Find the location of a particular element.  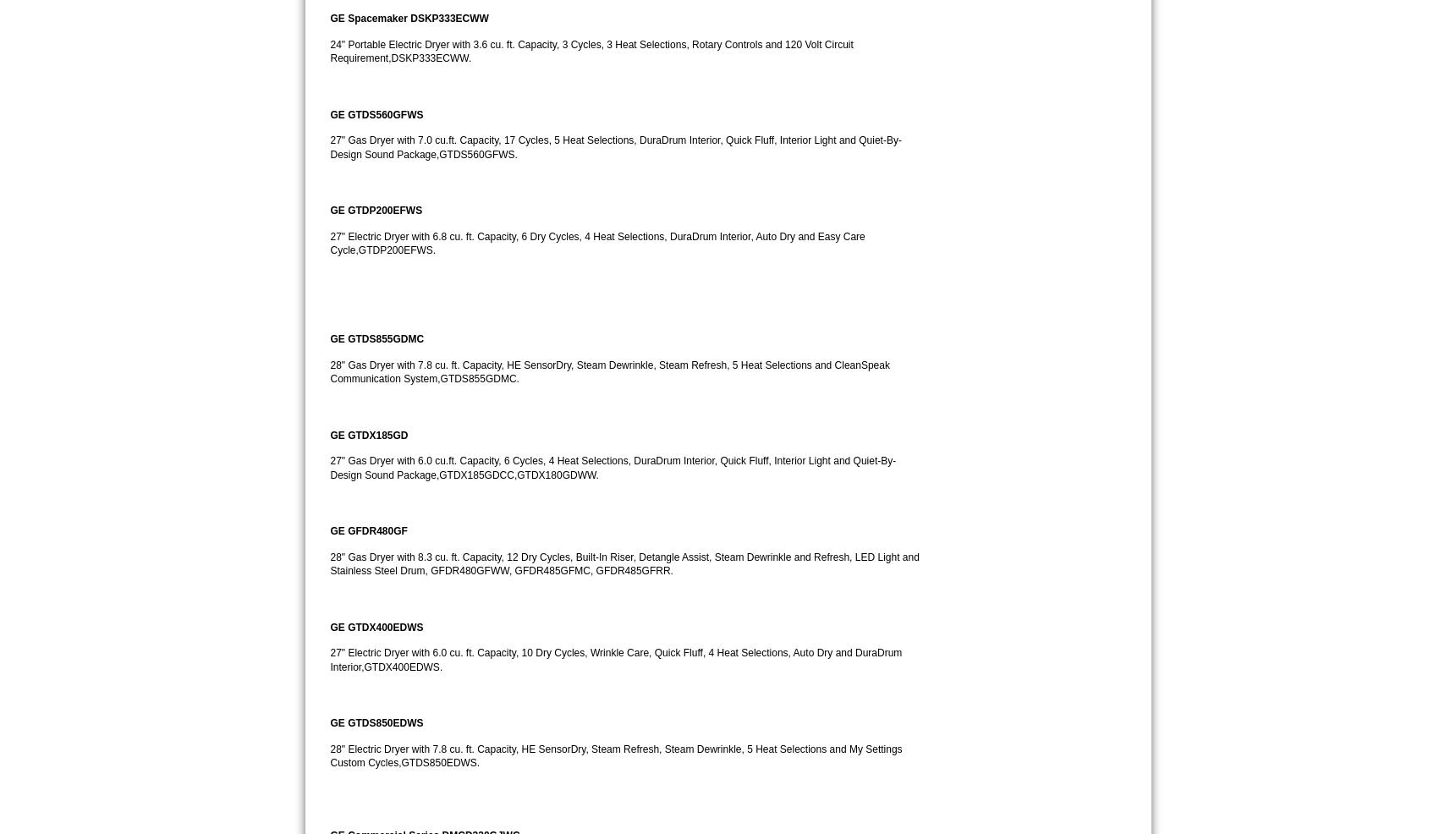

'GE GTDS560GFWS' is located at coordinates (376, 113).